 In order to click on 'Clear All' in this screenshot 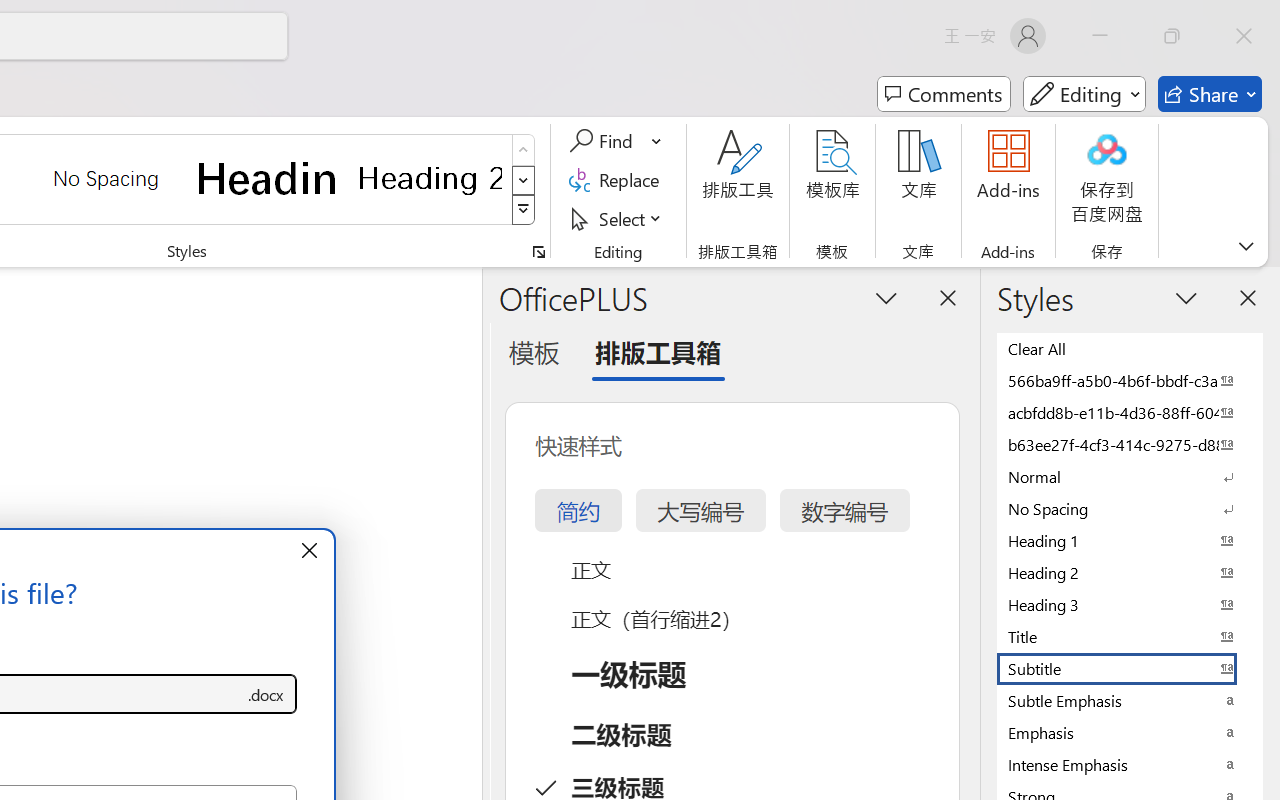, I will do `click(1130, 348)`.